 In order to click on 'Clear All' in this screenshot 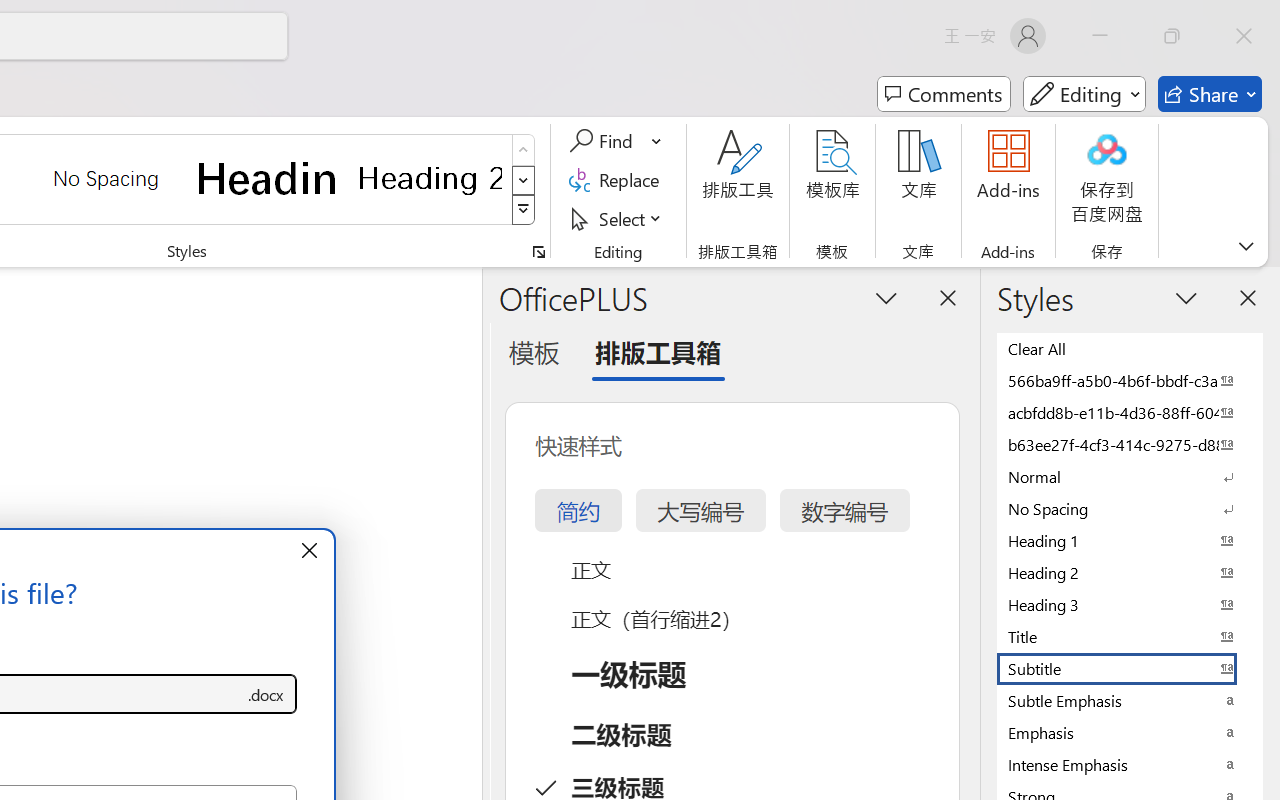, I will do `click(1130, 348)`.